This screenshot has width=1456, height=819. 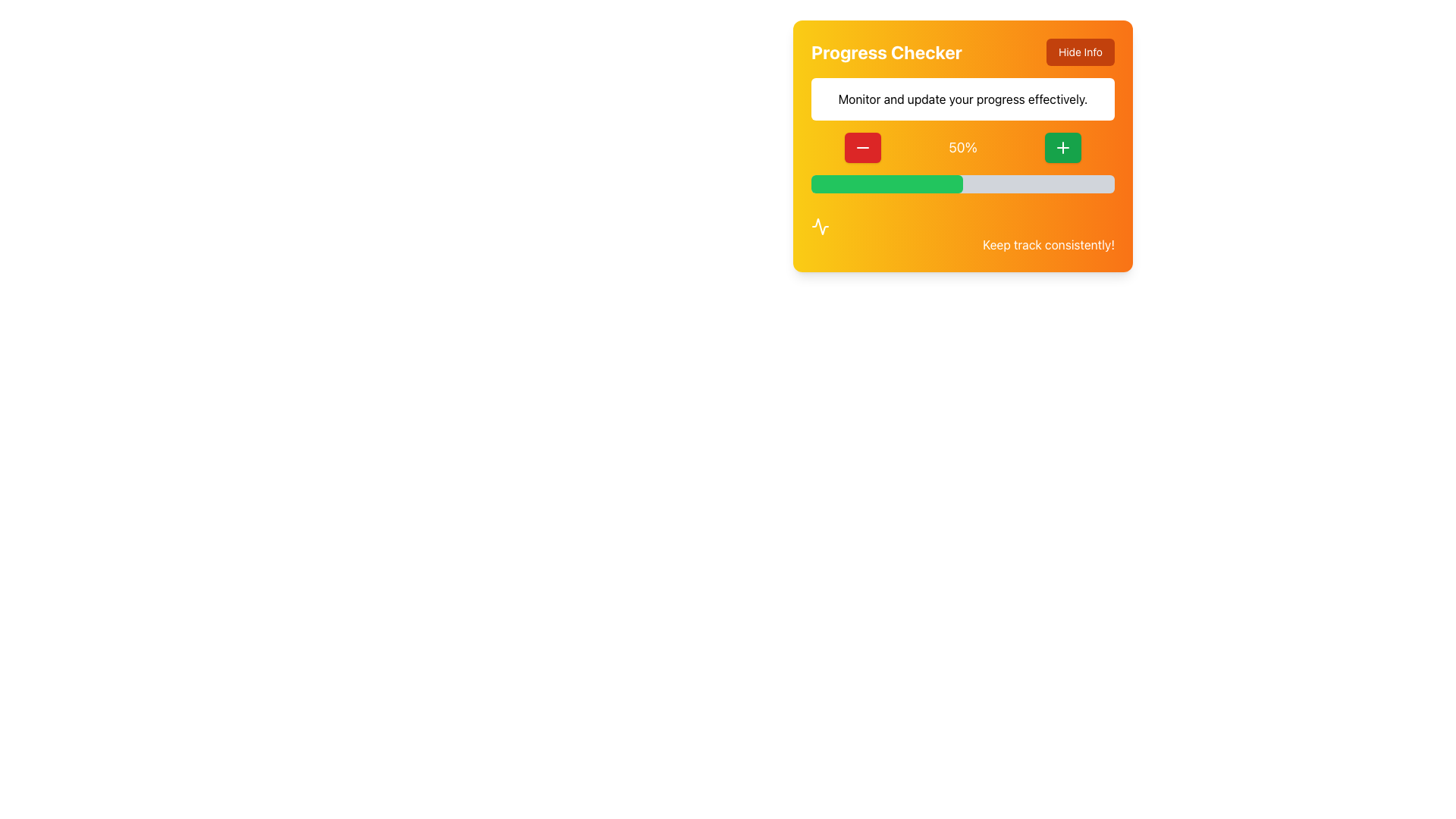 What do you see at coordinates (962, 148) in the screenshot?
I see `the Text Display element that shows the current progress level in percentage format, positioned in the middle of the Progress Checker card, flanked by a minus button on the left and a plus button on the right` at bounding box center [962, 148].